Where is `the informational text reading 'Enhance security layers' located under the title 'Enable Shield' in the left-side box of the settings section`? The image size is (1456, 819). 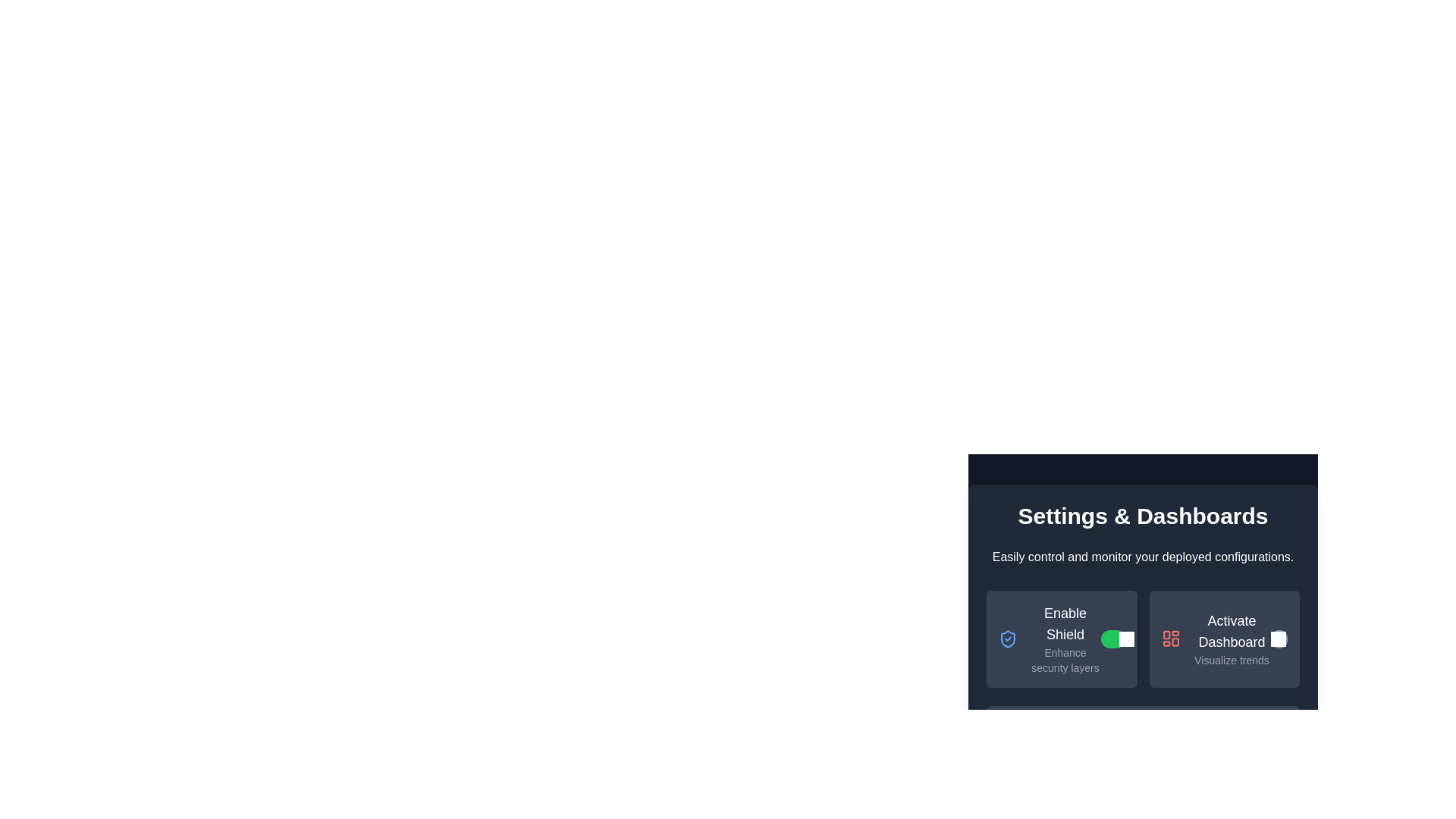
the informational text reading 'Enhance security layers' located under the title 'Enable Shield' in the left-side box of the settings section is located at coordinates (1065, 660).